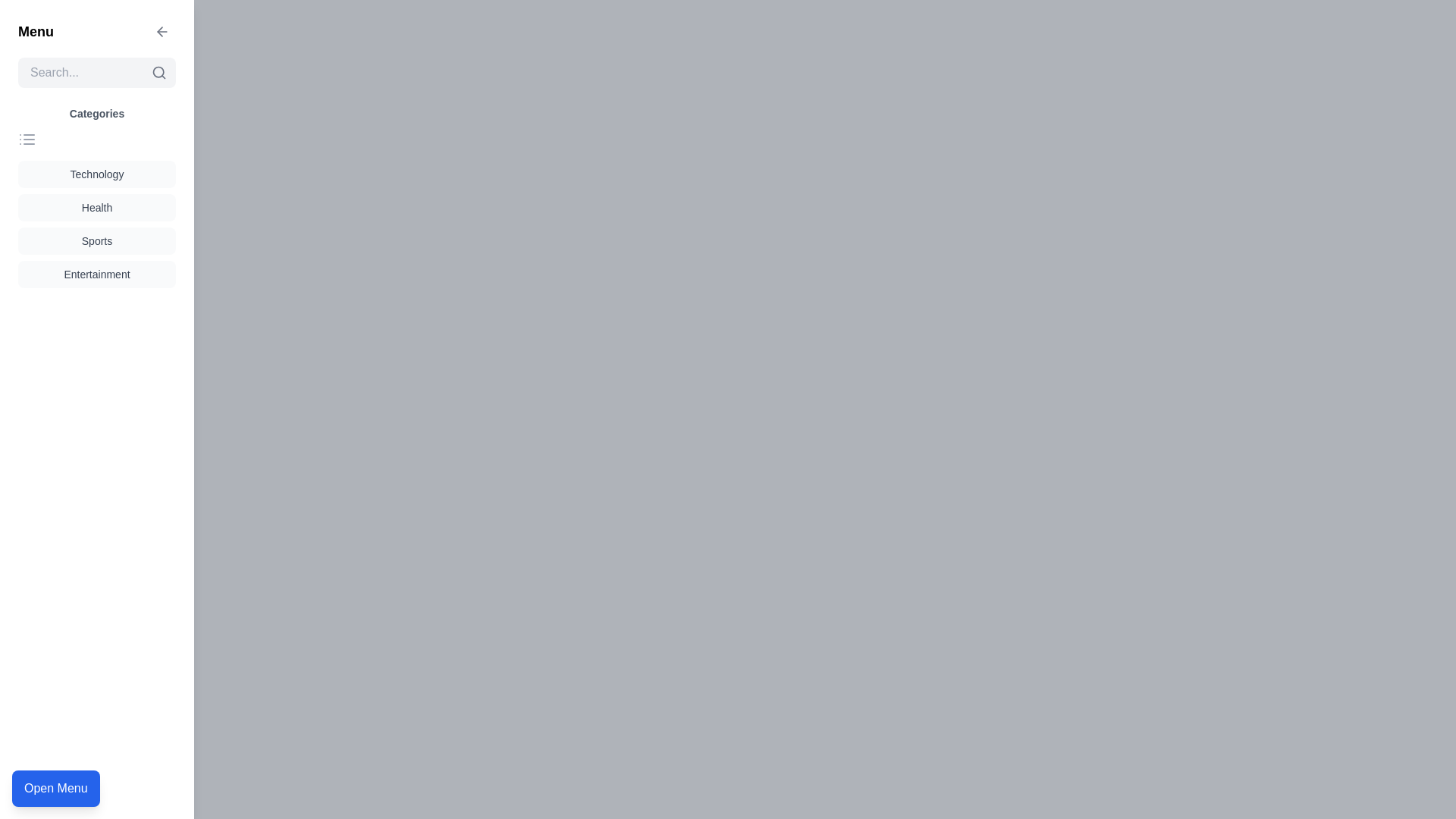 Image resolution: width=1456 pixels, height=819 pixels. I want to click on the search icon located at the upper-right corner of the input field with placeholder text 'Search...', so click(159, 73).